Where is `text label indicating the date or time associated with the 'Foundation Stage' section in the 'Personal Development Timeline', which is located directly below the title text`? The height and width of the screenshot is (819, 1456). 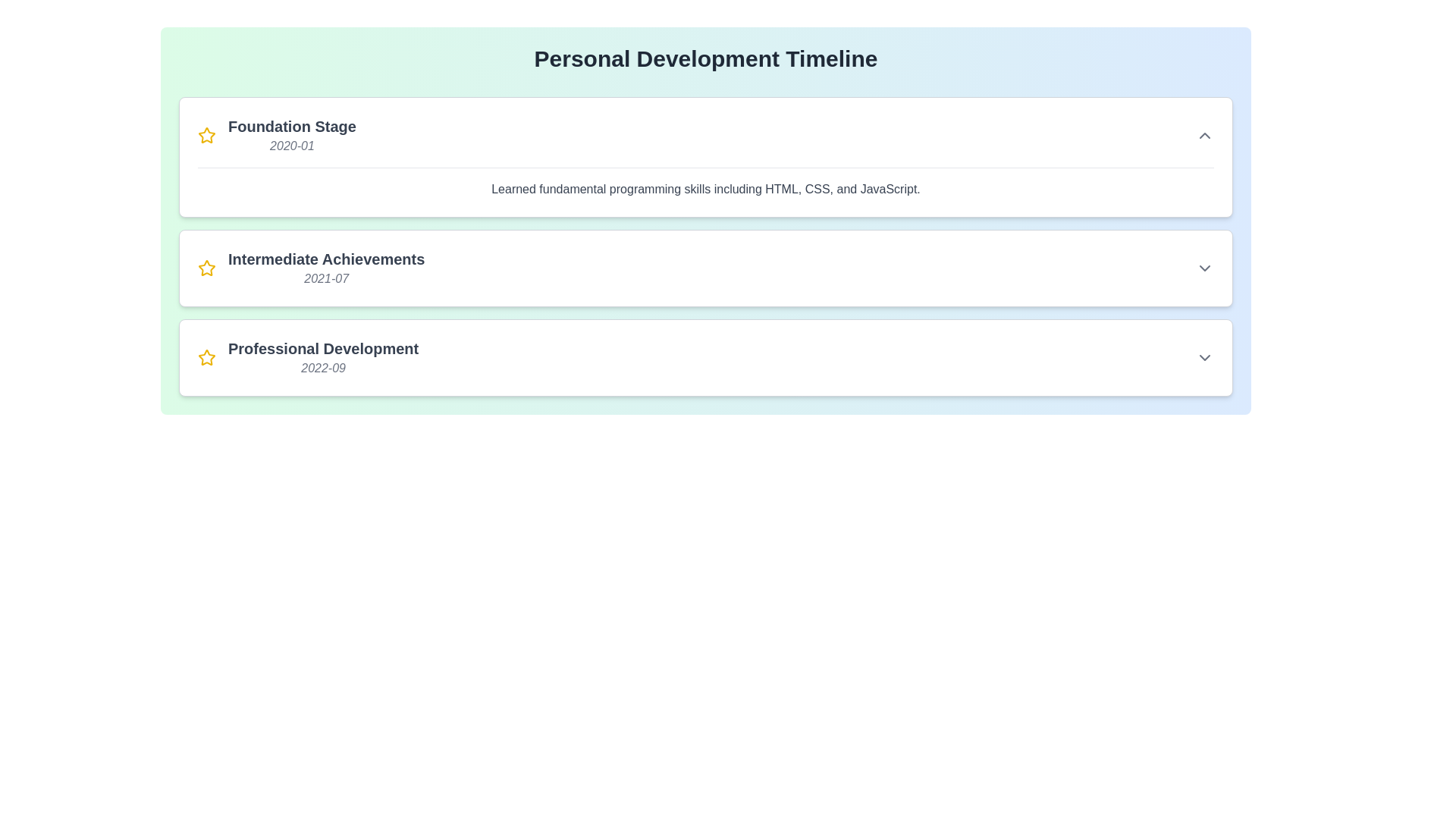 text label indicating the date or time associated with the 'Foundation Stage' section in the 'Personal Development Timeline', which is located directly below the title text is located at coordinates (292, 146).